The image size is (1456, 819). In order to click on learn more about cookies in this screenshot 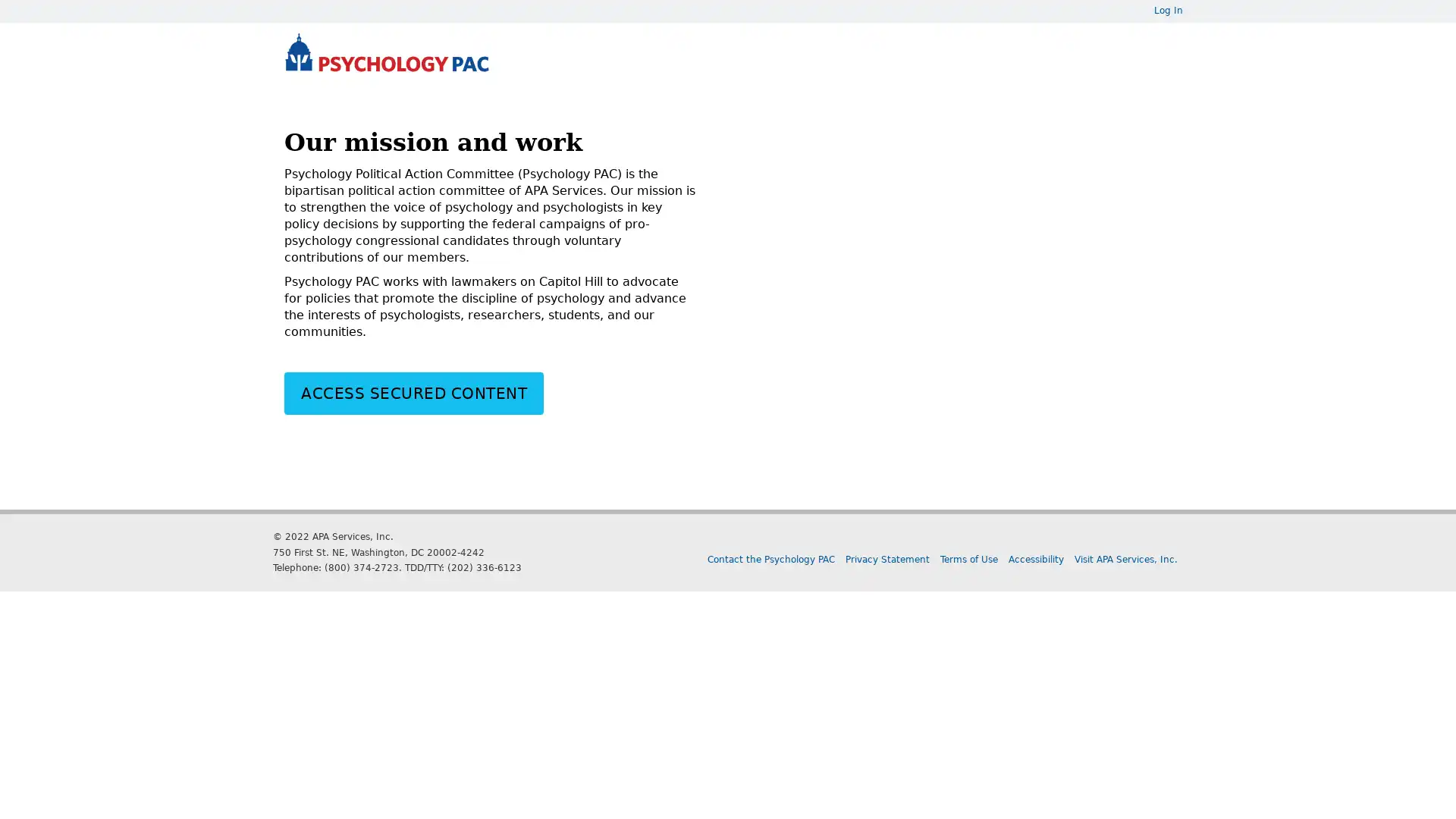, I will do `click(892, 798)`.